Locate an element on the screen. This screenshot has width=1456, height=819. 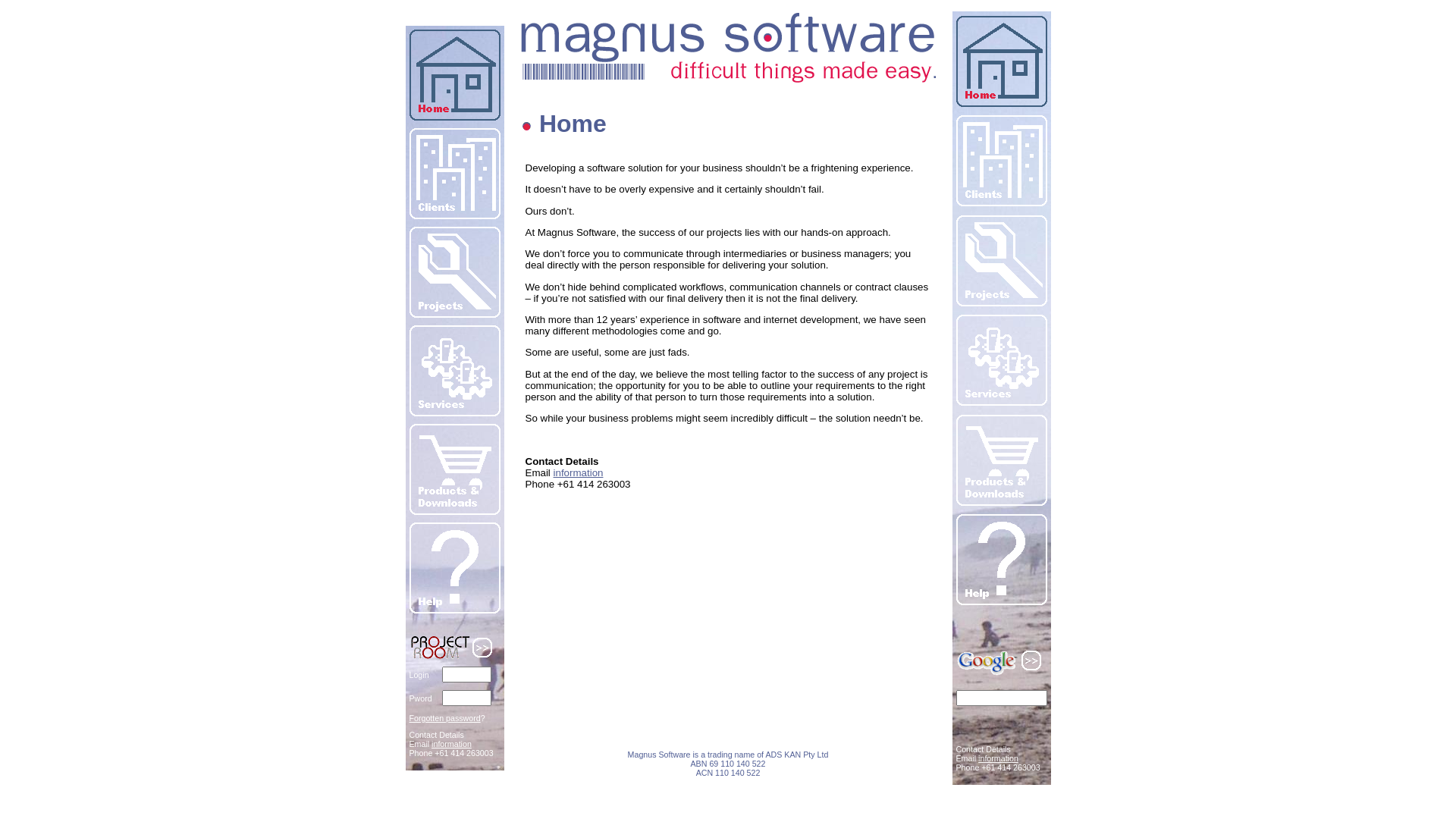
'information' is located at coordinates (998, 758).